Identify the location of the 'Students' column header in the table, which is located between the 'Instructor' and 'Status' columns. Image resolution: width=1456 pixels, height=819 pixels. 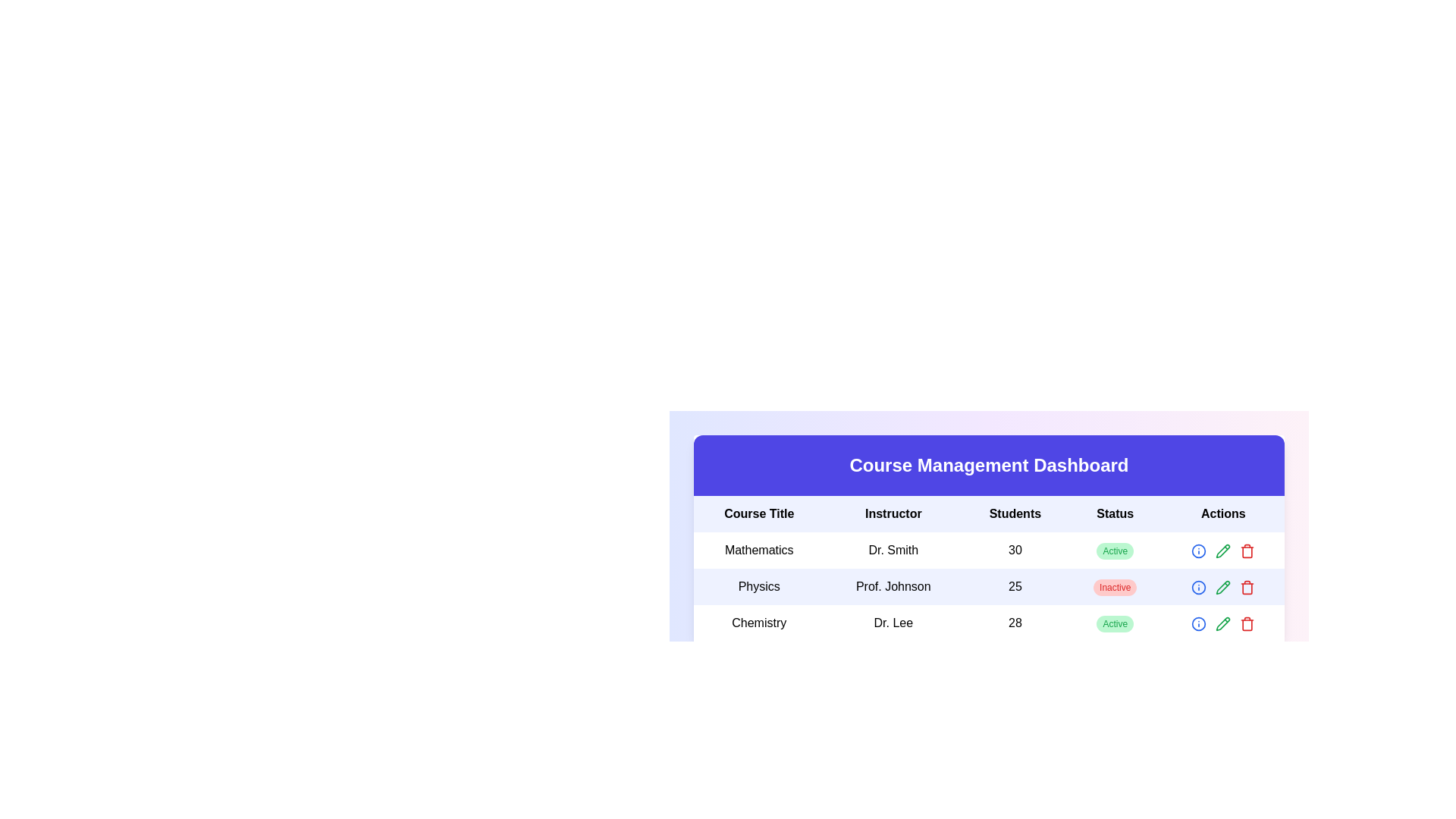
(989, 513).